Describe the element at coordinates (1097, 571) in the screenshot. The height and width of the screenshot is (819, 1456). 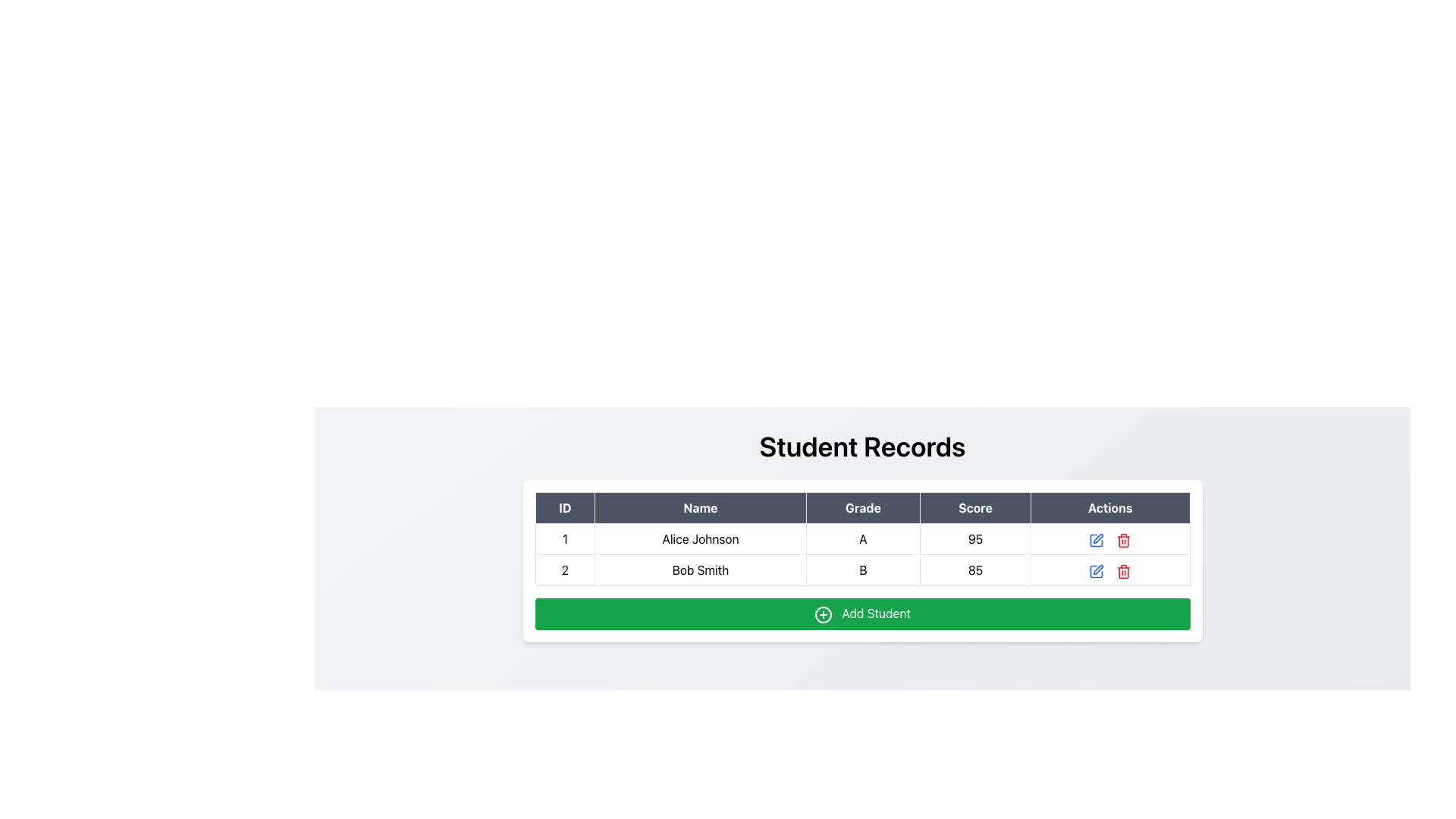
I see `the edit icon in the actions column of the second row in the Student Records section` at that location.